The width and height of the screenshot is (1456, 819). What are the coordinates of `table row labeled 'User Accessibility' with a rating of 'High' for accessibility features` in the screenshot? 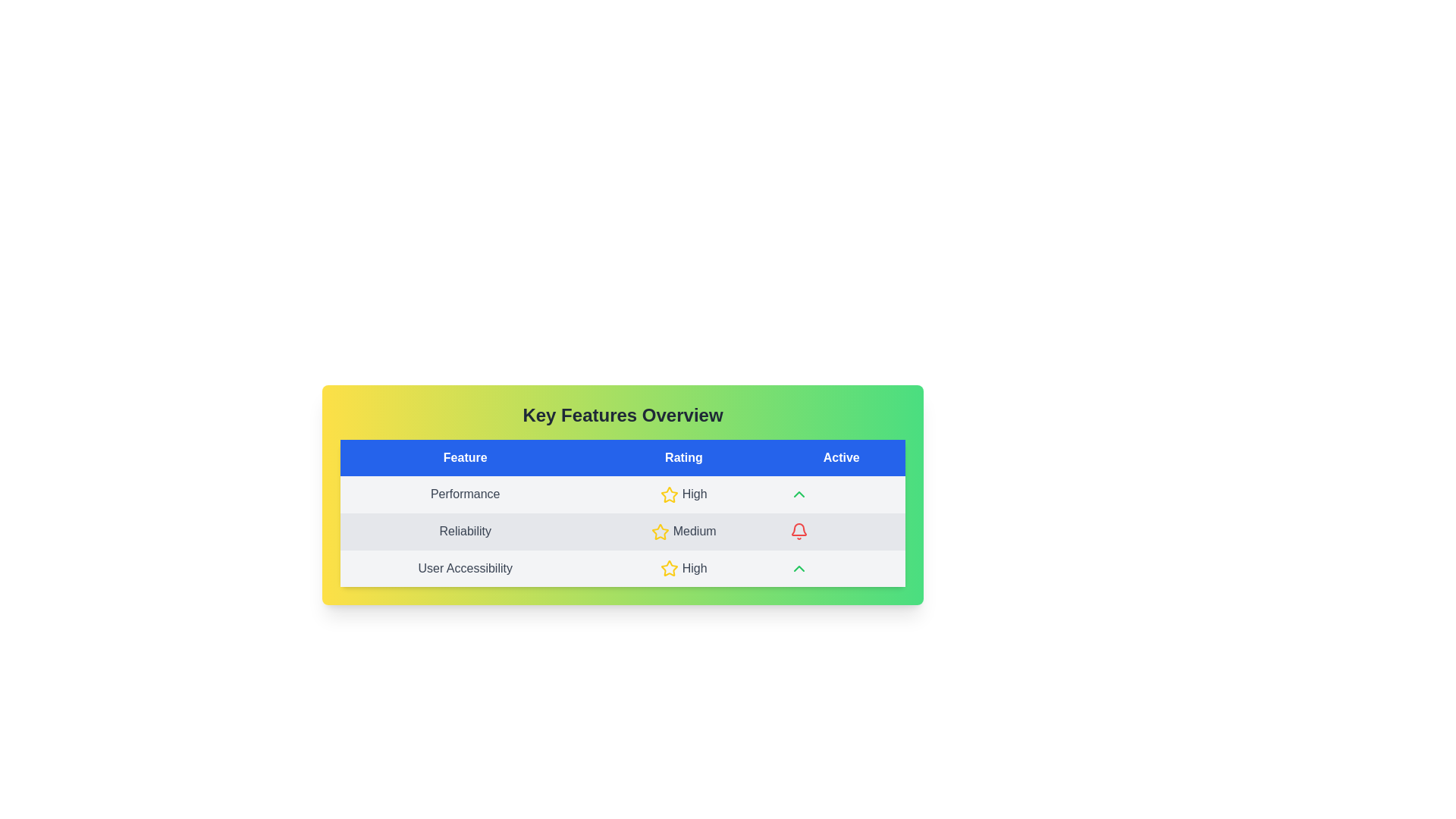 It's located at (623, 568).